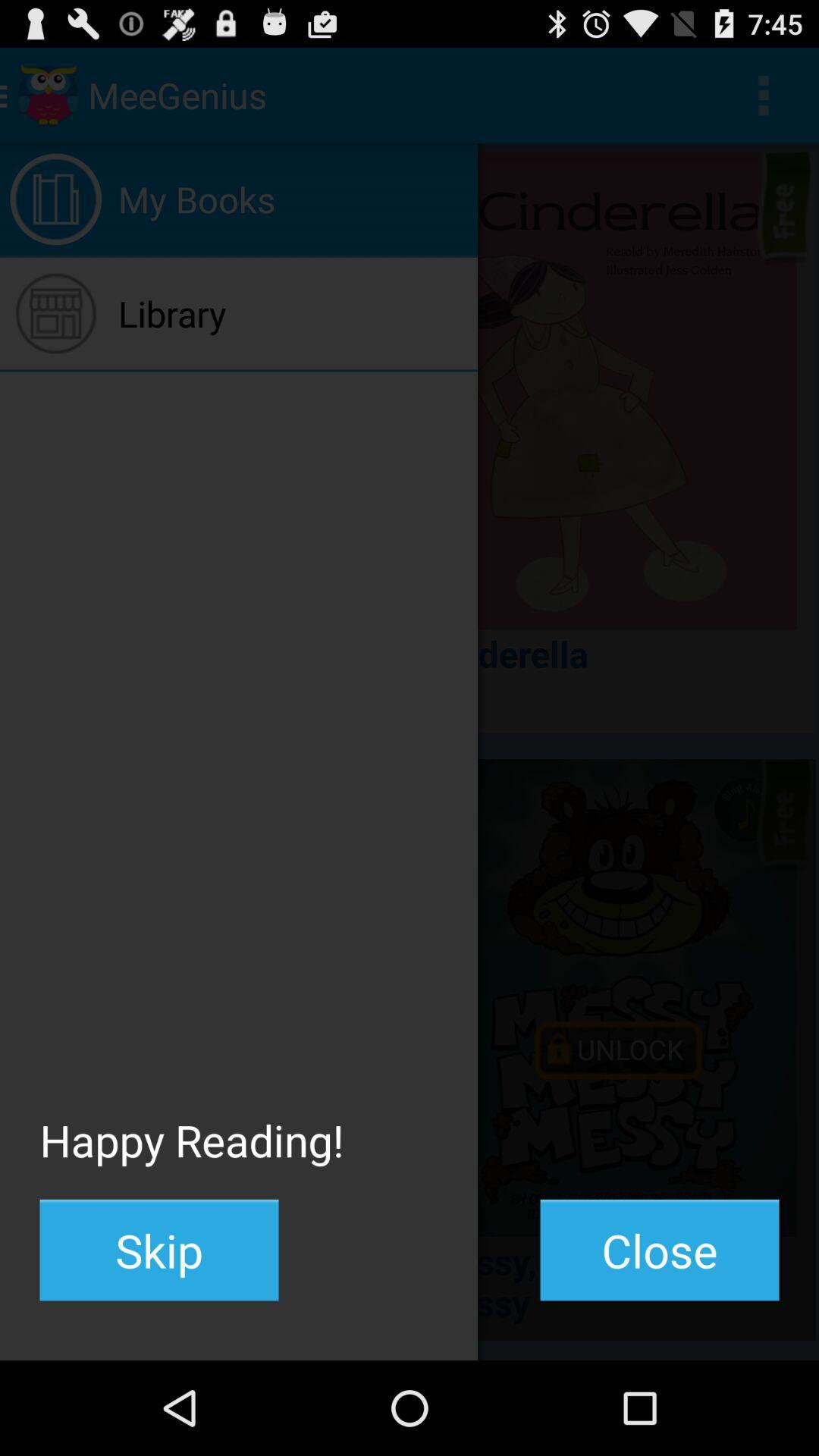 The height and width of the screenshot is (1456, 819). What do you see at coordinates (158, 1250) in the screenshot?
I see `the item next to the close item` at bounding box center [158, 1250].